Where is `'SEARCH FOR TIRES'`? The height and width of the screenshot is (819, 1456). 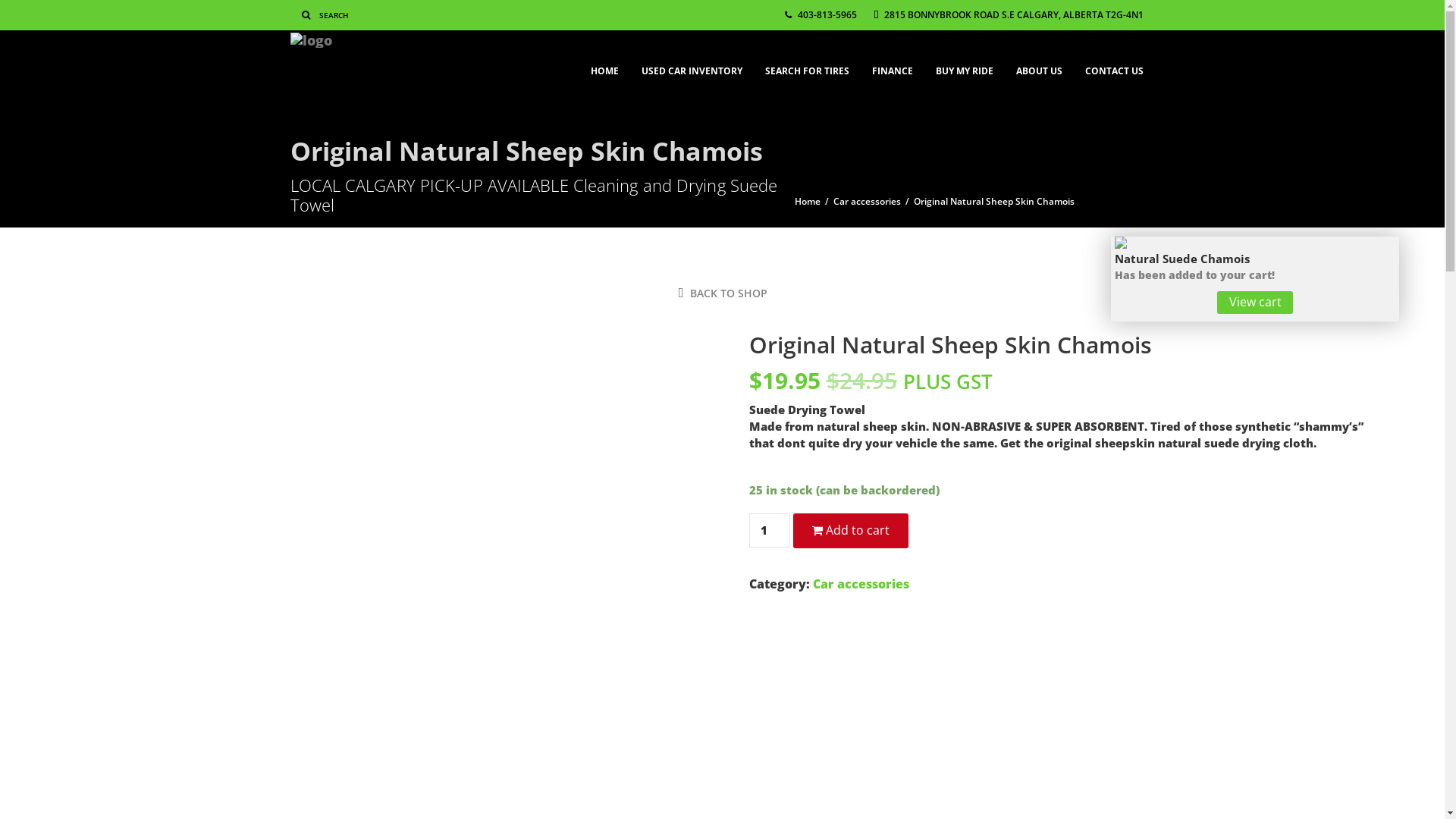 'SEARCH FOR TIRES' is located at coordinates (806, 63).